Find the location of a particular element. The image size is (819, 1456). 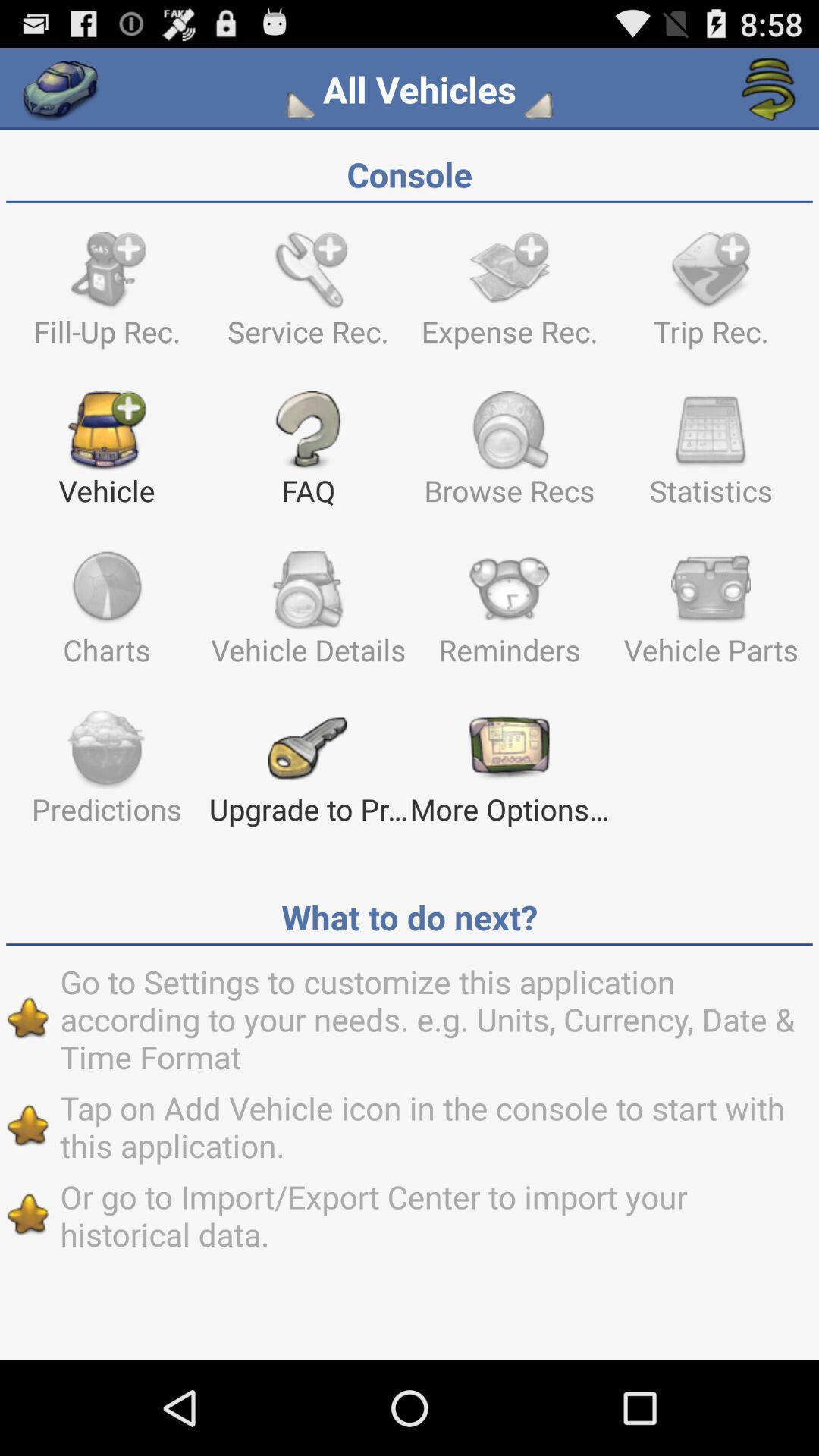

the item to the left of vehicle details icon is located at coordinates (106, 615).